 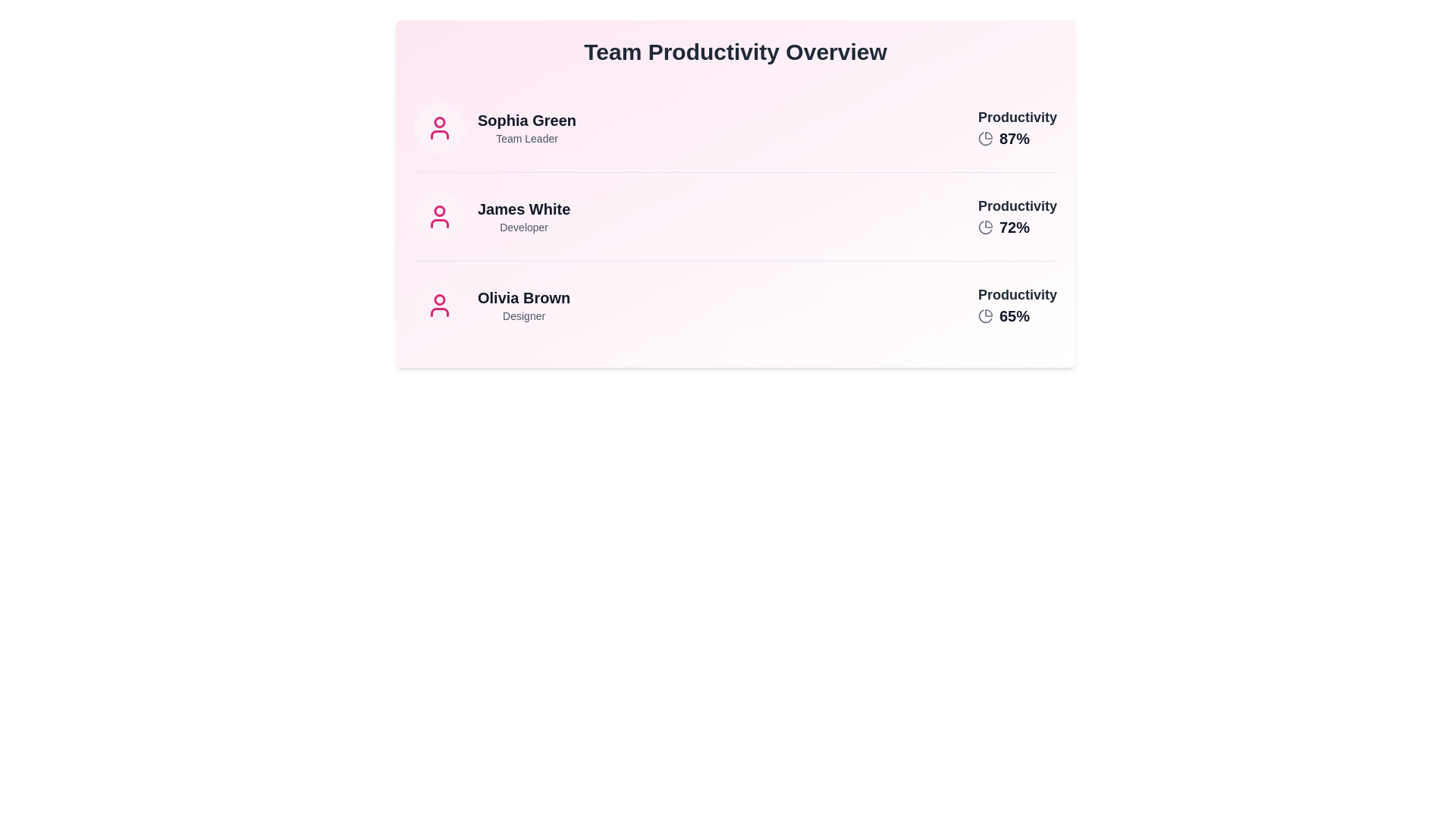 What do you see at coordinates (735, 127) in the screenshot?
I see `the Information card displaying details about a team member, which is the first entry` at bounding box center [735, 127].